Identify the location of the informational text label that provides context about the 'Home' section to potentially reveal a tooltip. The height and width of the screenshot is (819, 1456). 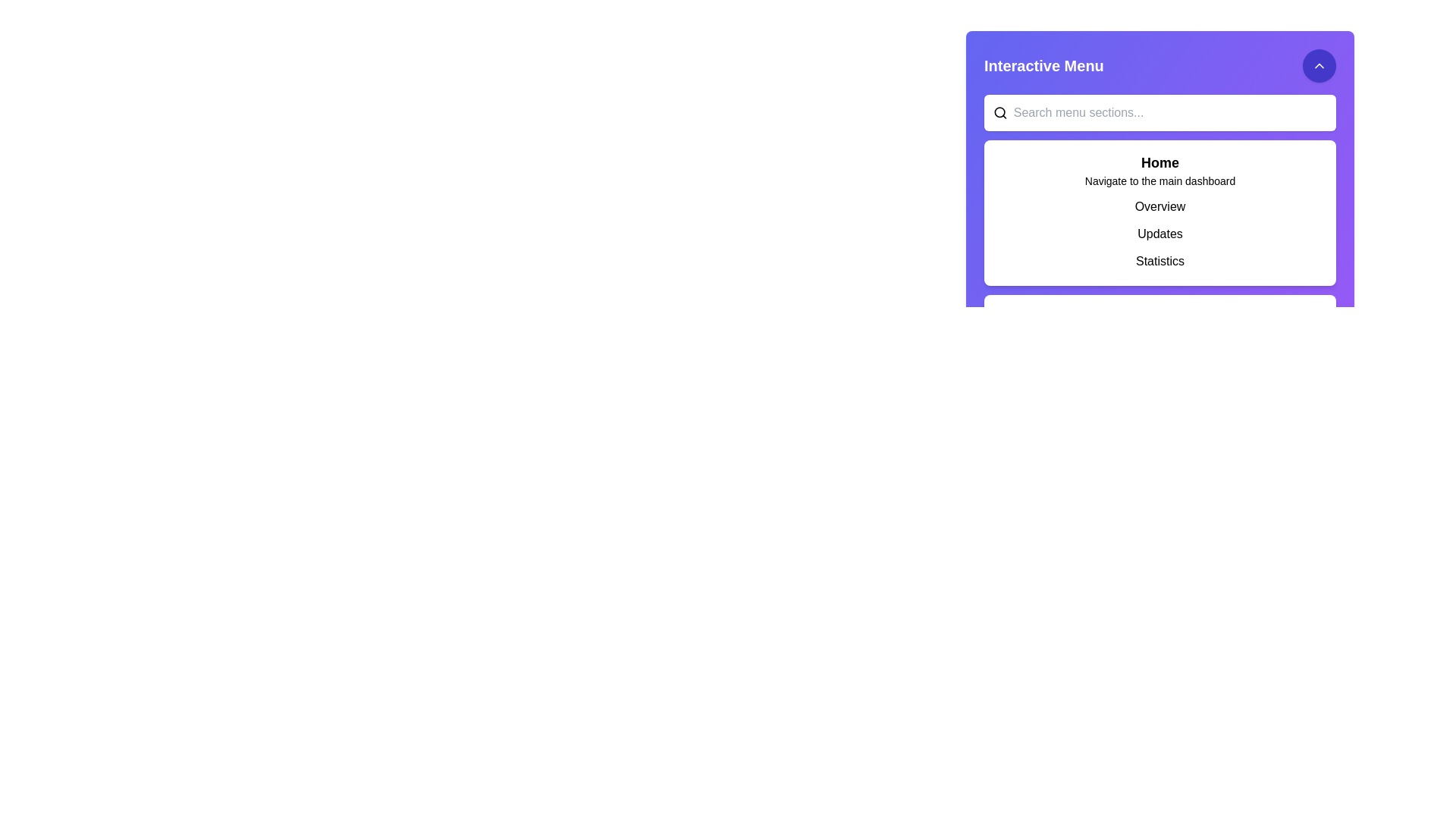
(1159, 180).